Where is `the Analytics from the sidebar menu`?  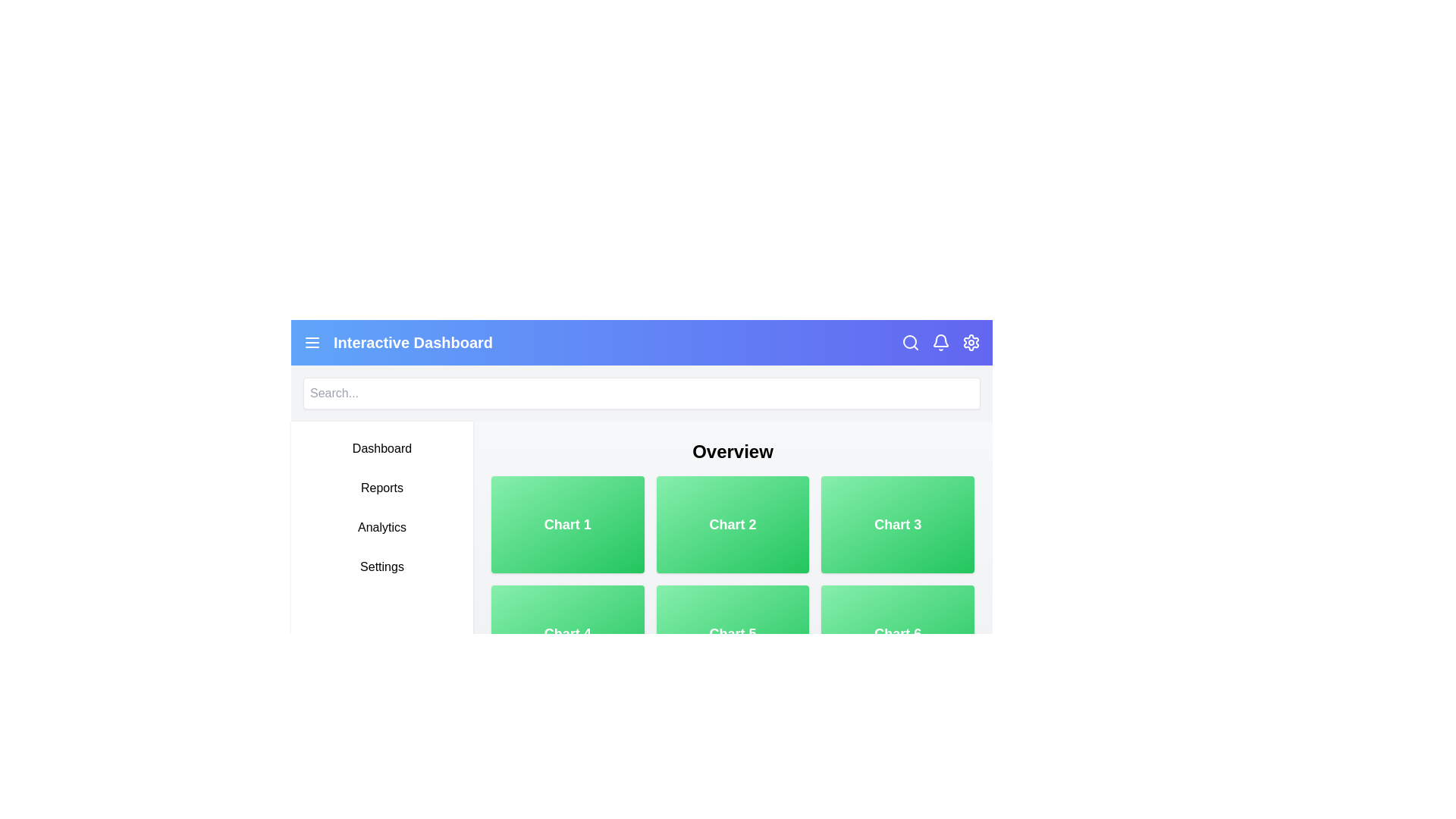
the Analytics from the sidebar menu is located at coordinates (382, 526).